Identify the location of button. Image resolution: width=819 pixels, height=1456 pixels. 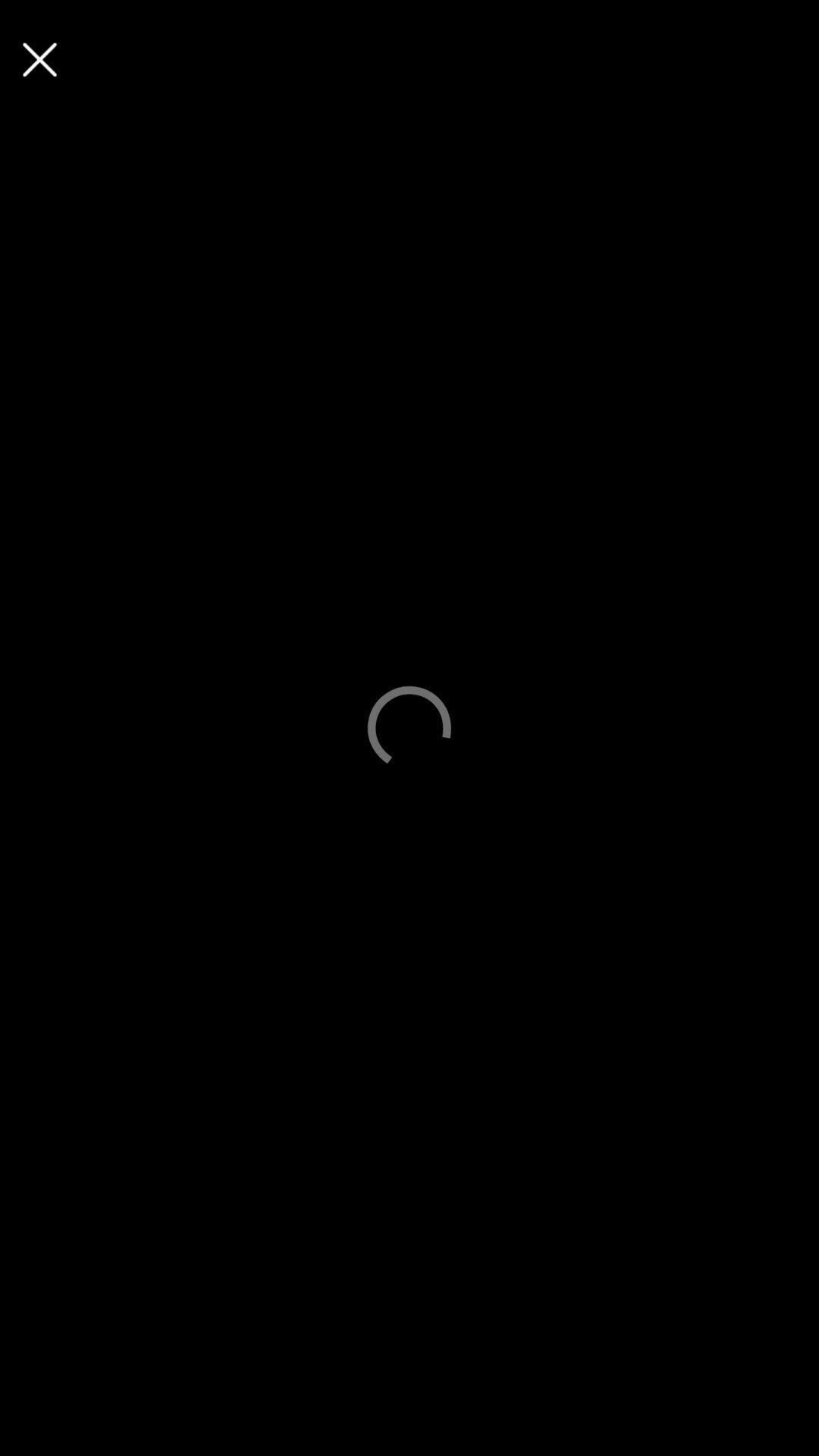
(39, 59).